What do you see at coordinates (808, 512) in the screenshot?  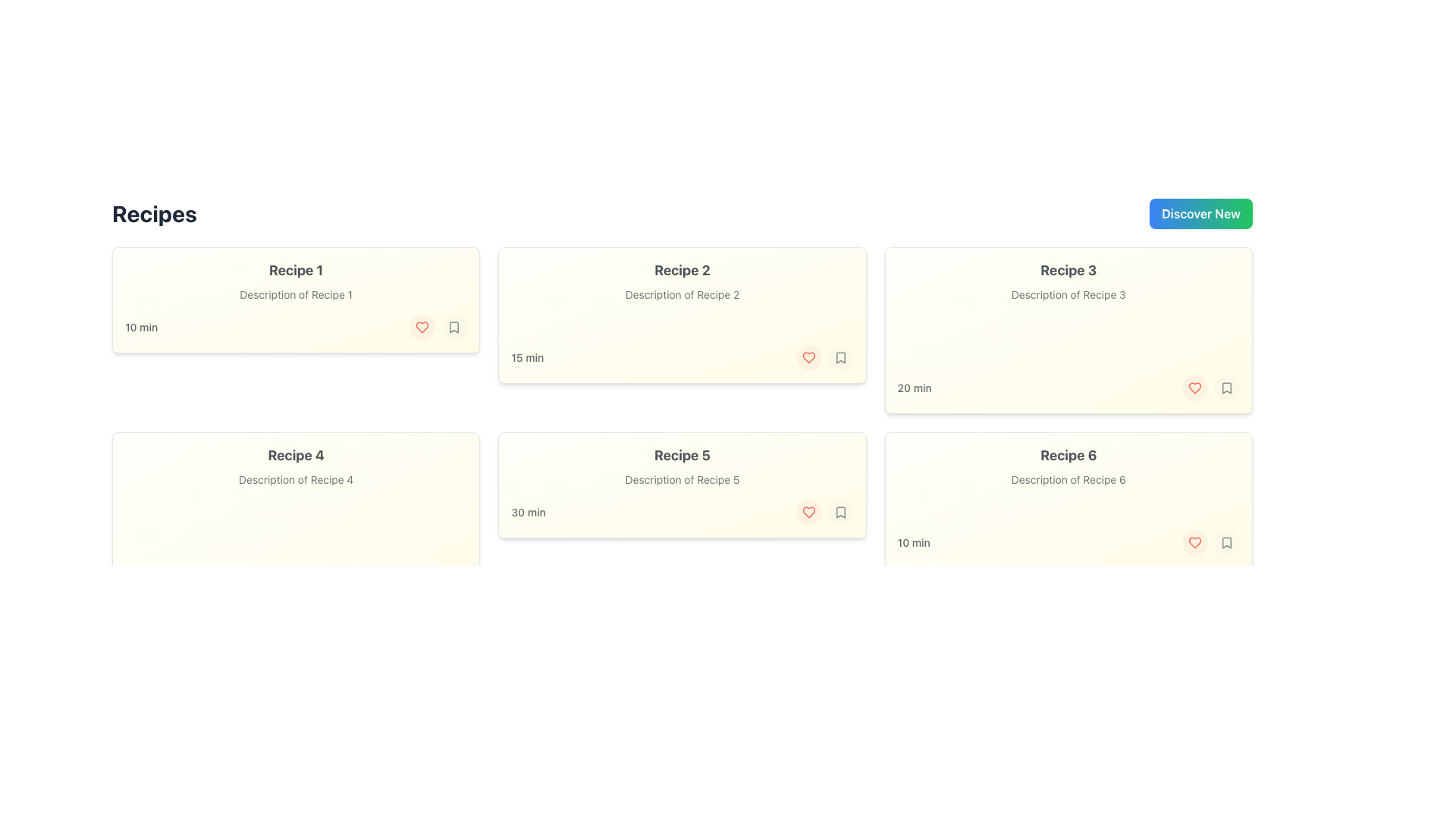 I see `the heart button at the lower right corner of the 'Recipe 5' card to like the recipe` at bounding box center [808, 512].